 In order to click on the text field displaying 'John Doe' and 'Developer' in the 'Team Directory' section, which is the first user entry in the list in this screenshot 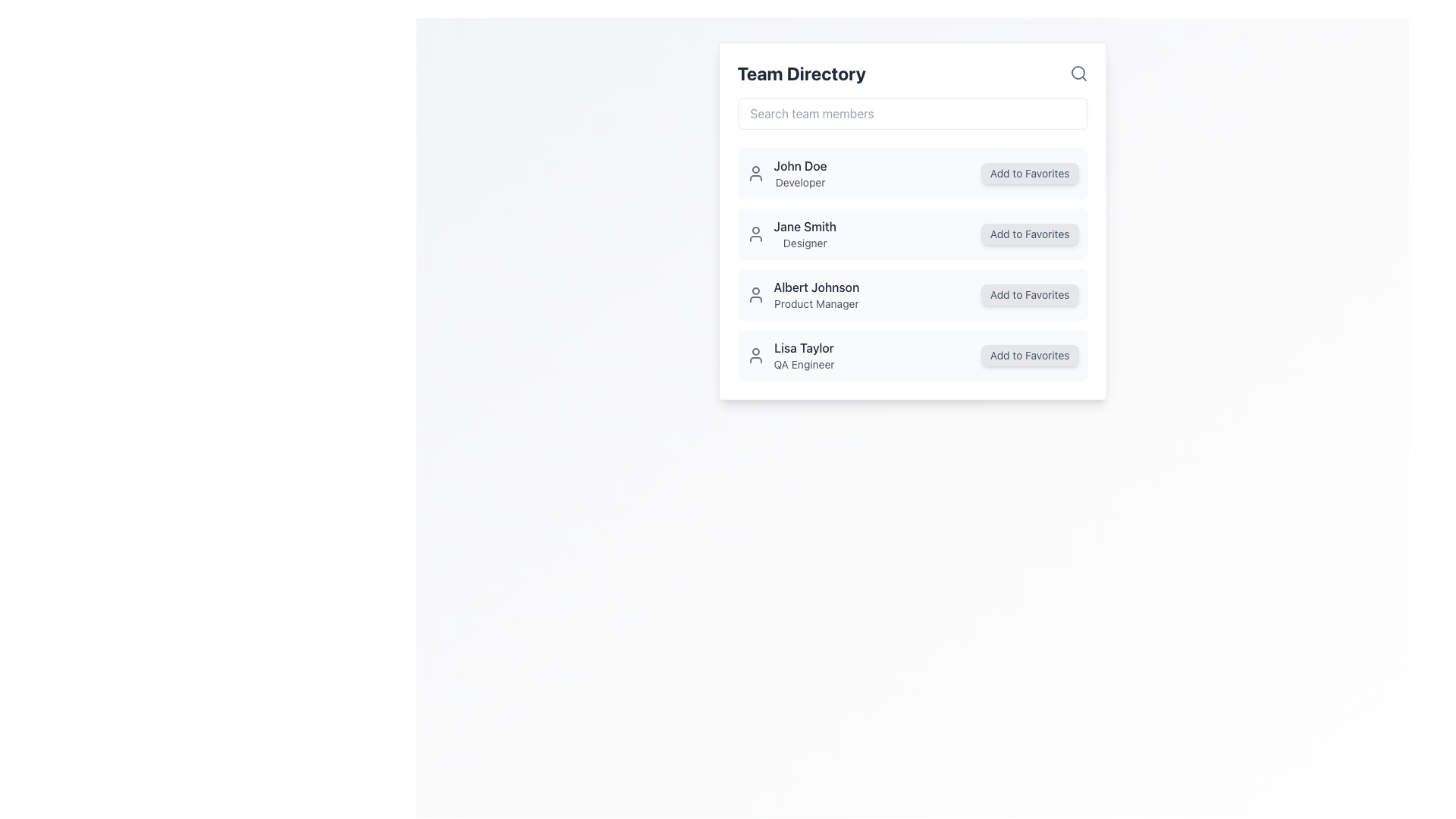, I will do `click(799, 172)`.